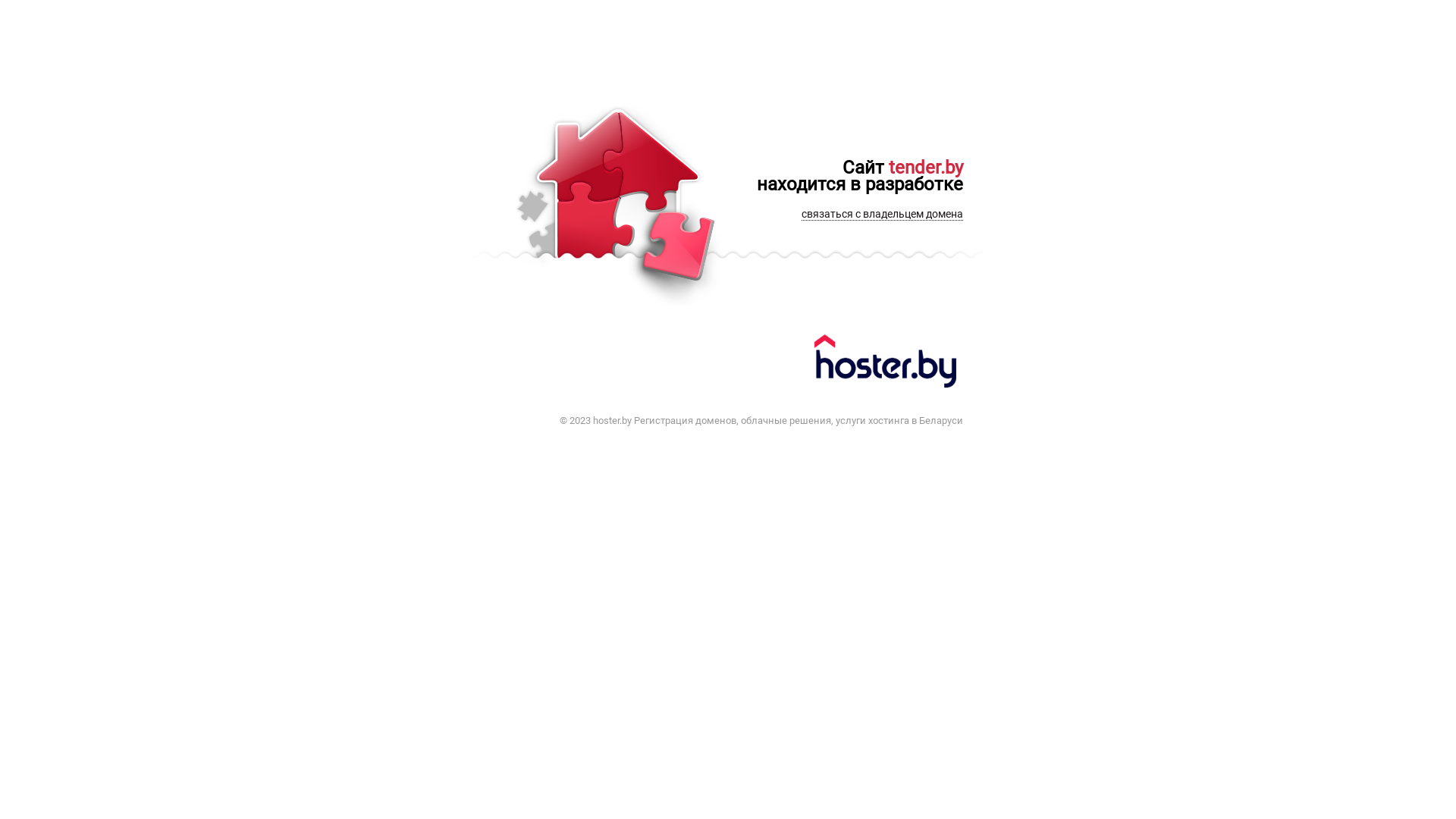 Image resolution: width=1456 pixels, height=819 pixels. I want to click on 'hoster.by', so click(612, 420).